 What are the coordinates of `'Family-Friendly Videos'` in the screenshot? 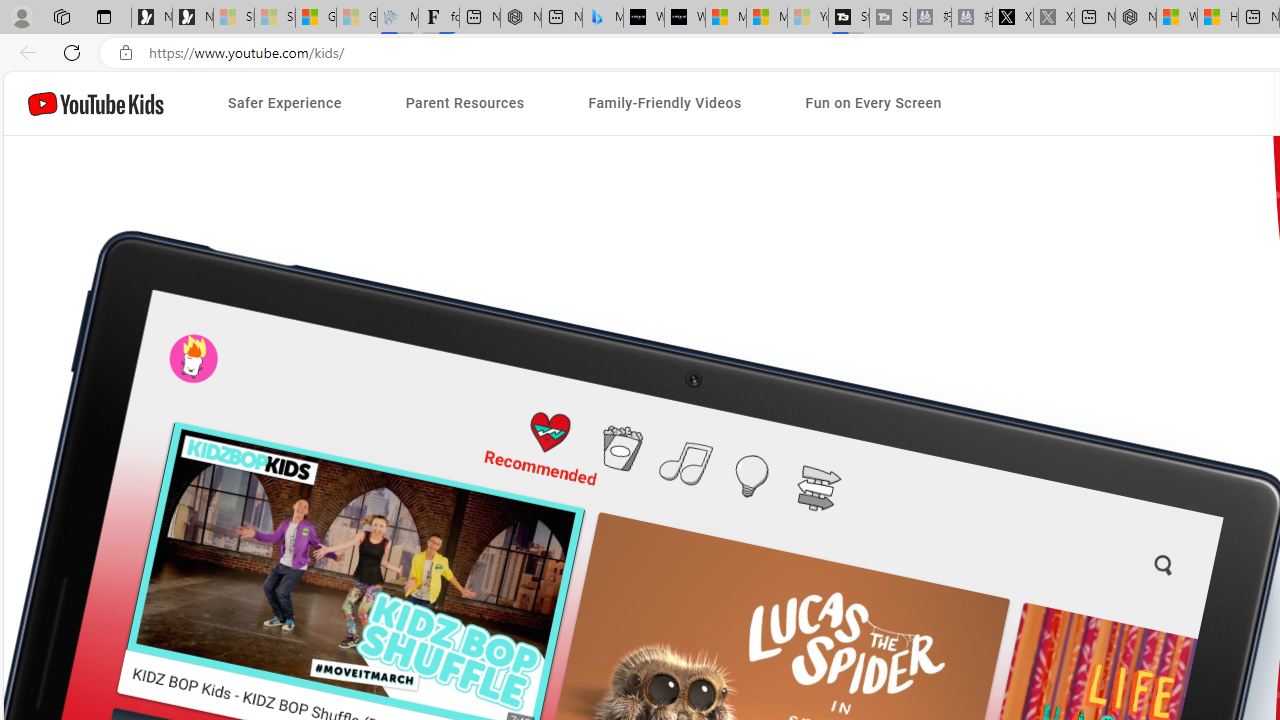 It's located at (664, 103).